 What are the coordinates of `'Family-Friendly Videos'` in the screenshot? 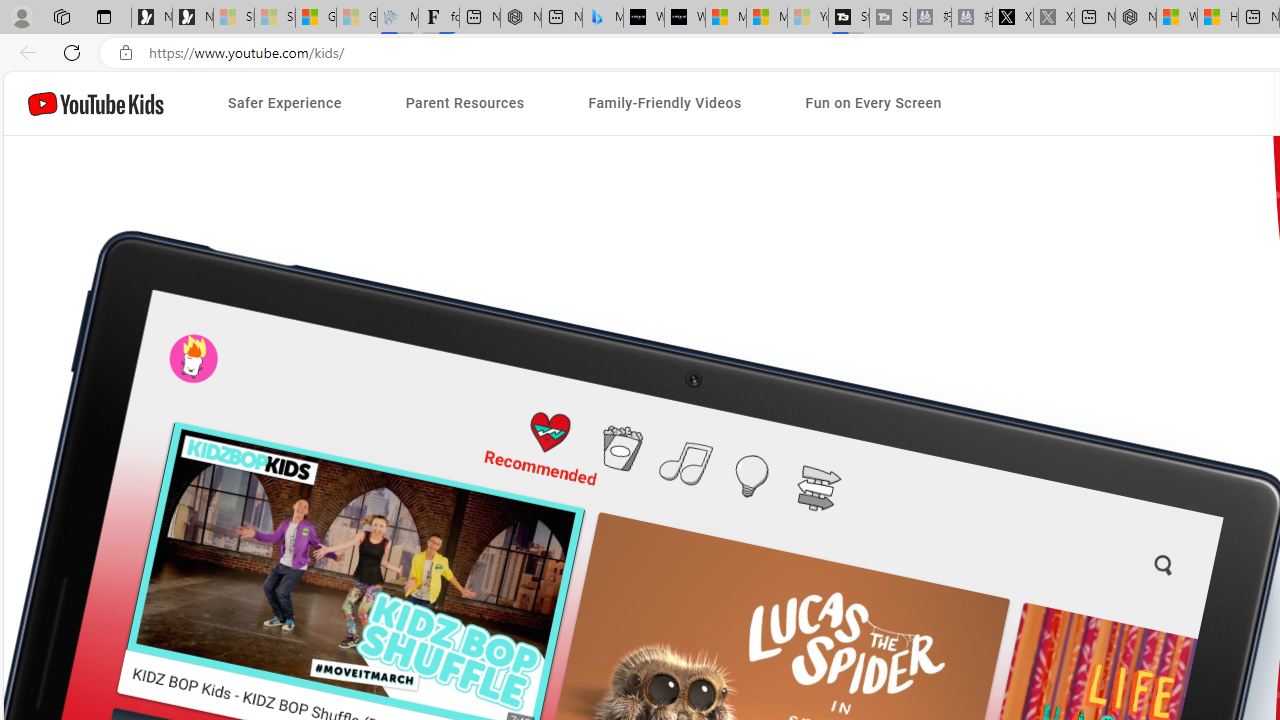 It's located at (664, 103).